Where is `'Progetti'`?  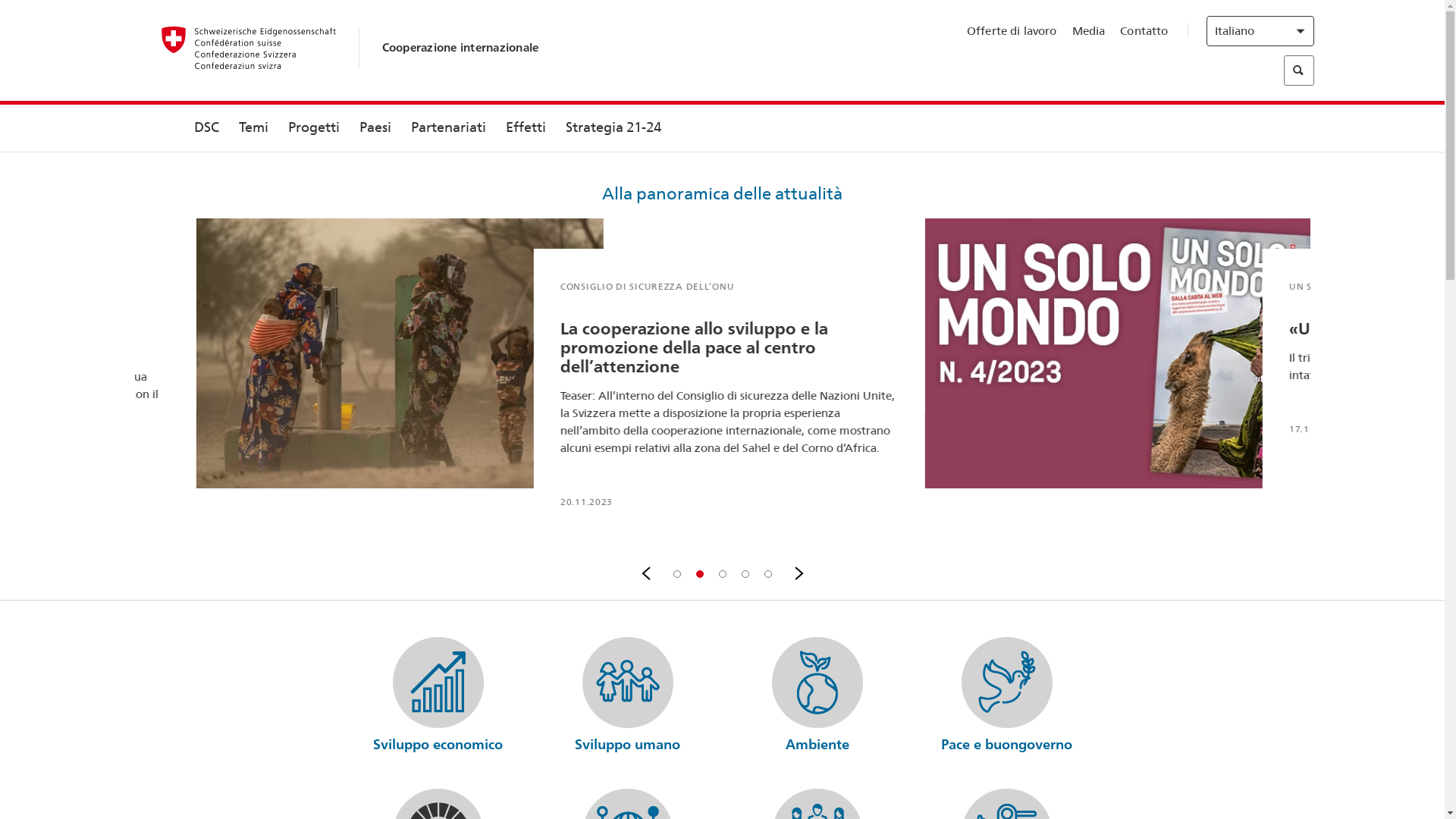
'Progetti' is located at coordinates (312, 127).